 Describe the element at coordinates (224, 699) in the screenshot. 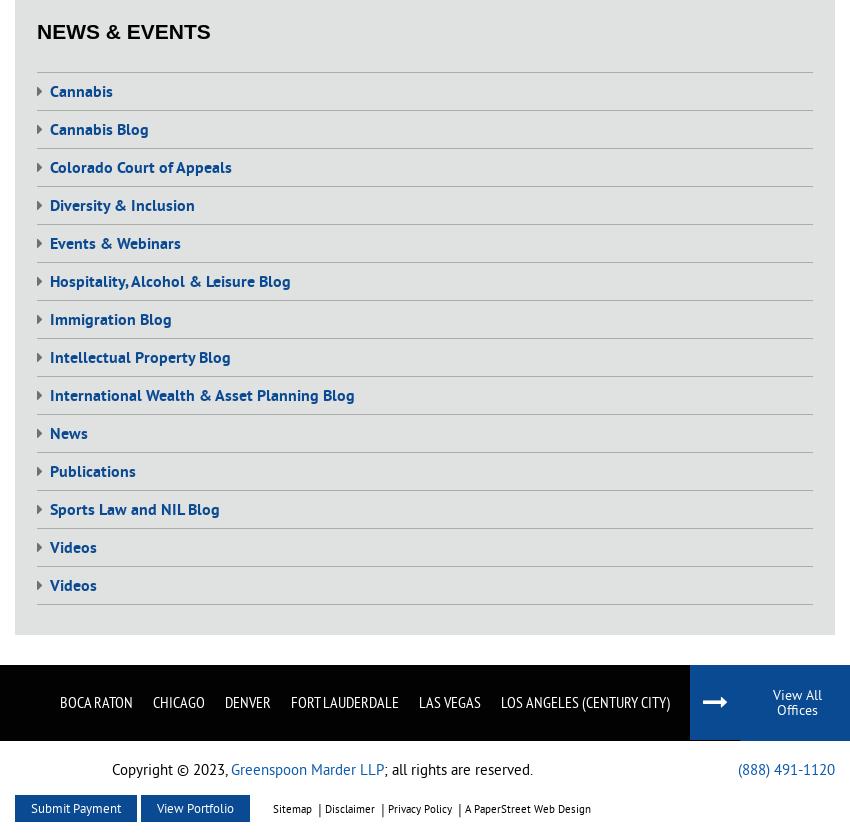

I see `'Denver'` at that location.